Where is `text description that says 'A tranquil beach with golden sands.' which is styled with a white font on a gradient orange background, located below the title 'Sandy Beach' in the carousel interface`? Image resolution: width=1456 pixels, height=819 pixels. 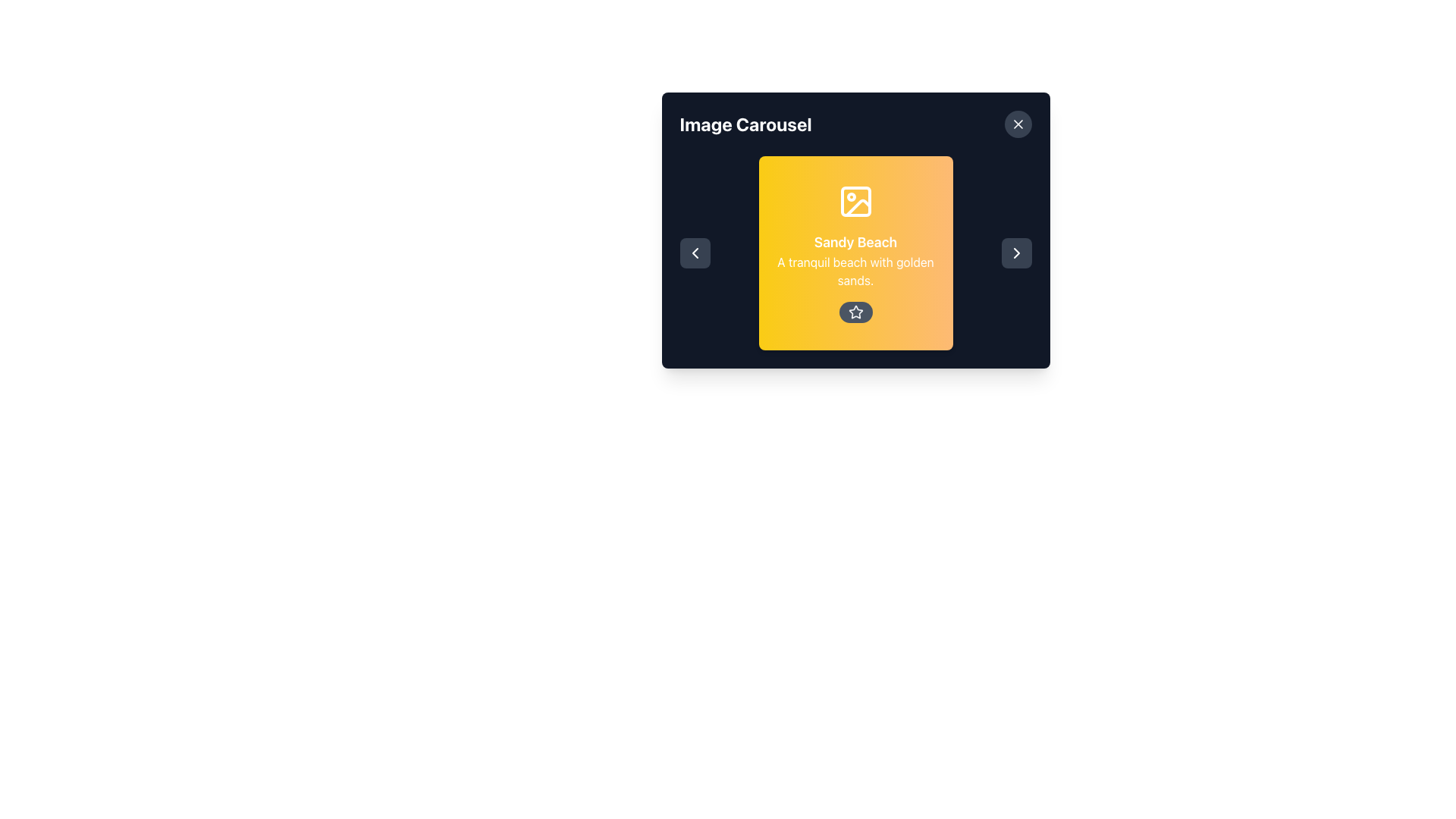 text description that says 'A tranquil beach with golden sands.' which is styled with a white font on a gradient orange background, located below the title 'Sandy Beach' in the carousel interface is located at coordinates (855, 271).